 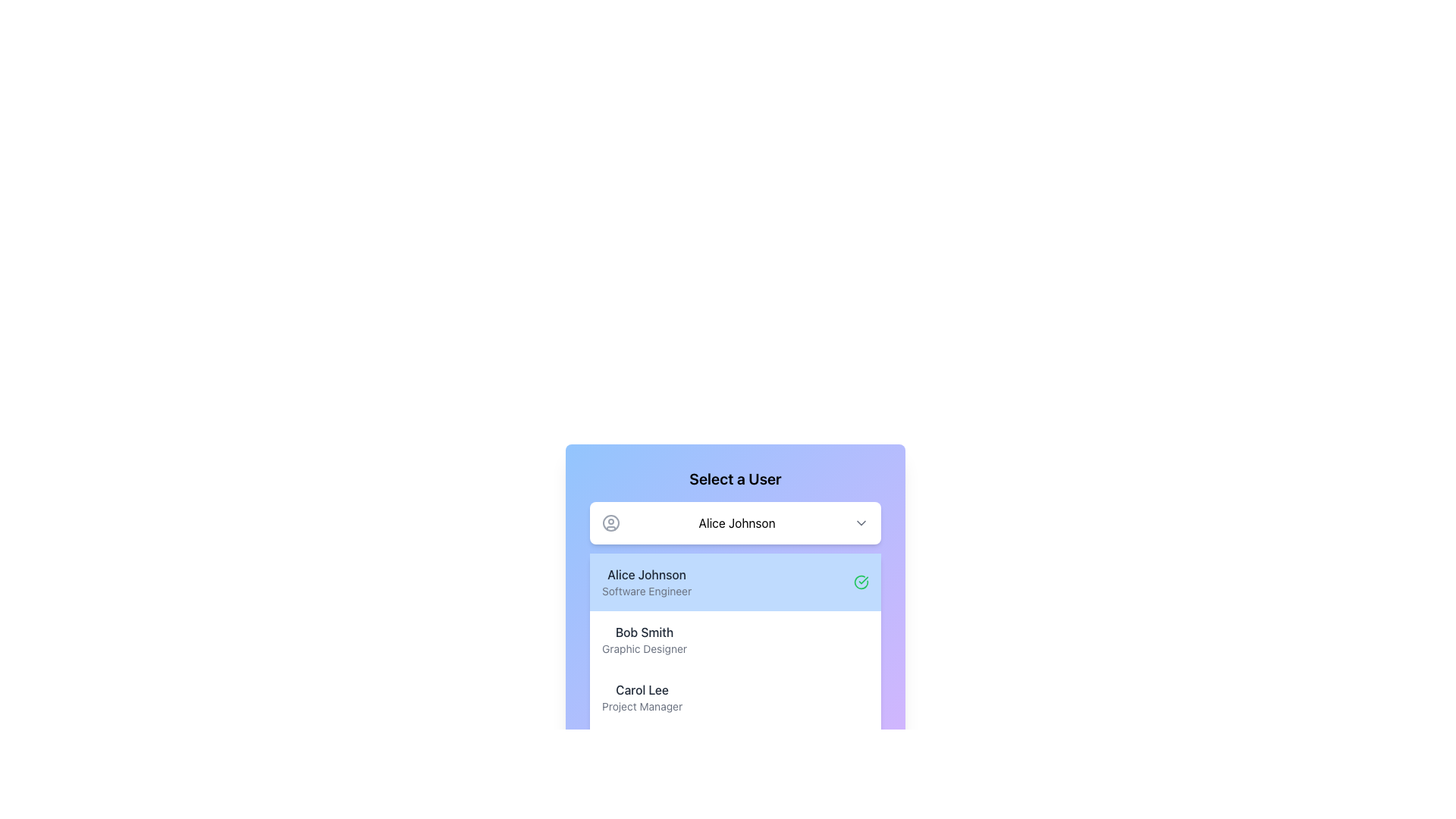 I want to click on the user profile entry for 'Bob Smith, Graphic Designer' in the second row of the user list under 'Select a User.', so click(x=644, y=640).